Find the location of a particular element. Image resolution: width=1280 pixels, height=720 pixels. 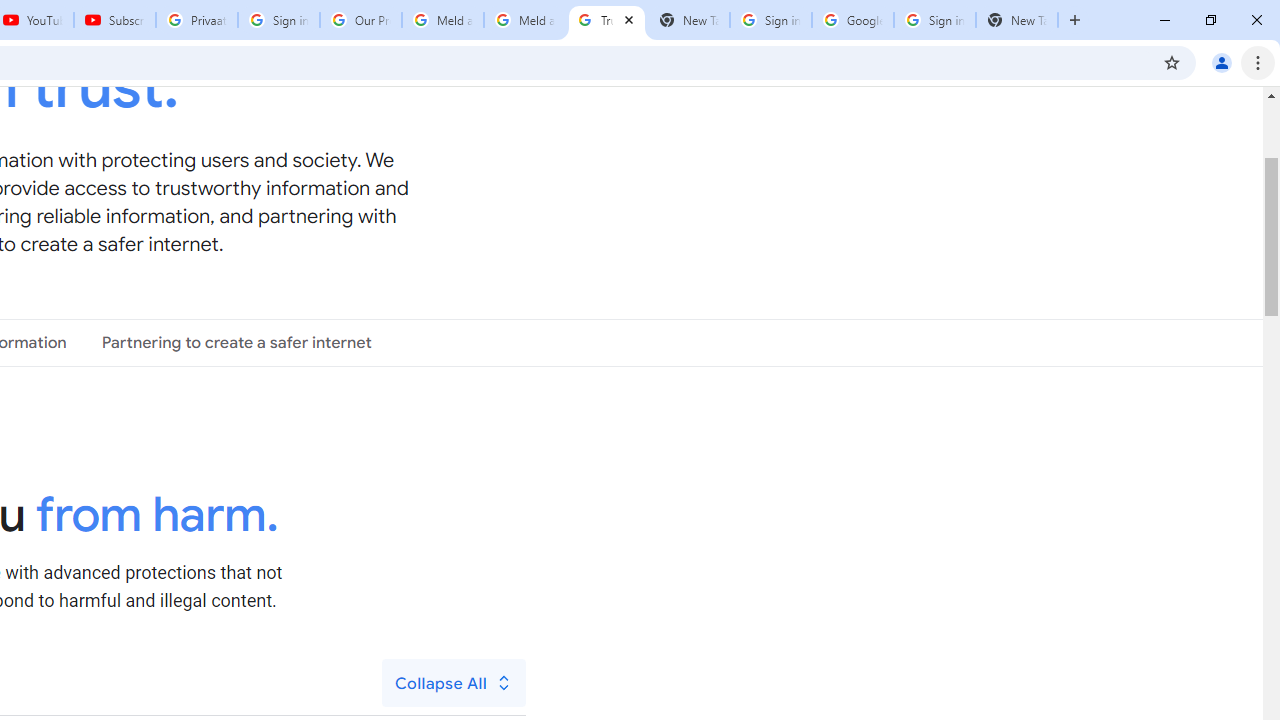

'Collapse All' is located at coordinates (453, 681).